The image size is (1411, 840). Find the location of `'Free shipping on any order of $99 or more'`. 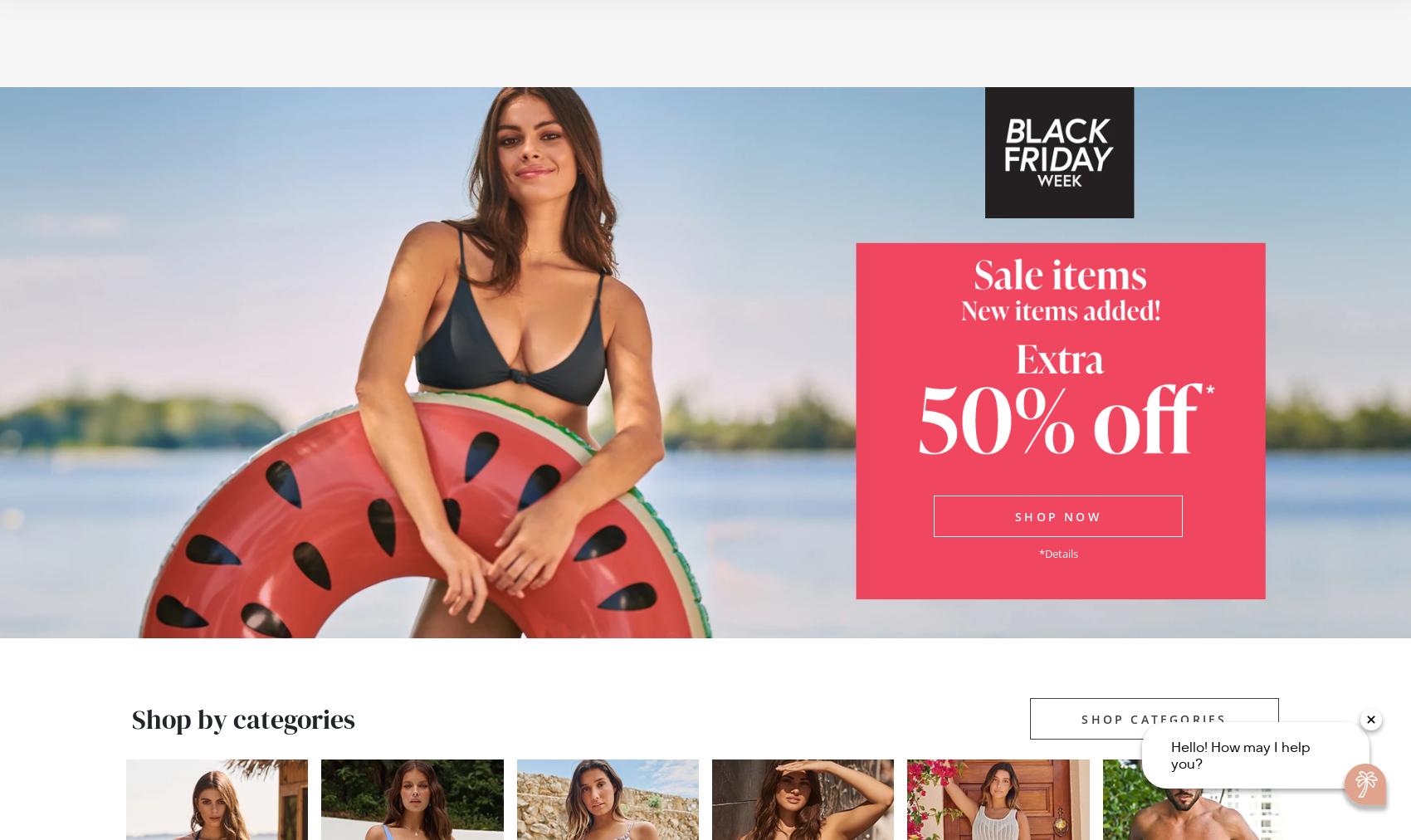

'Free shipping on any order of $99 or more' is located at coordinates (698, 15).